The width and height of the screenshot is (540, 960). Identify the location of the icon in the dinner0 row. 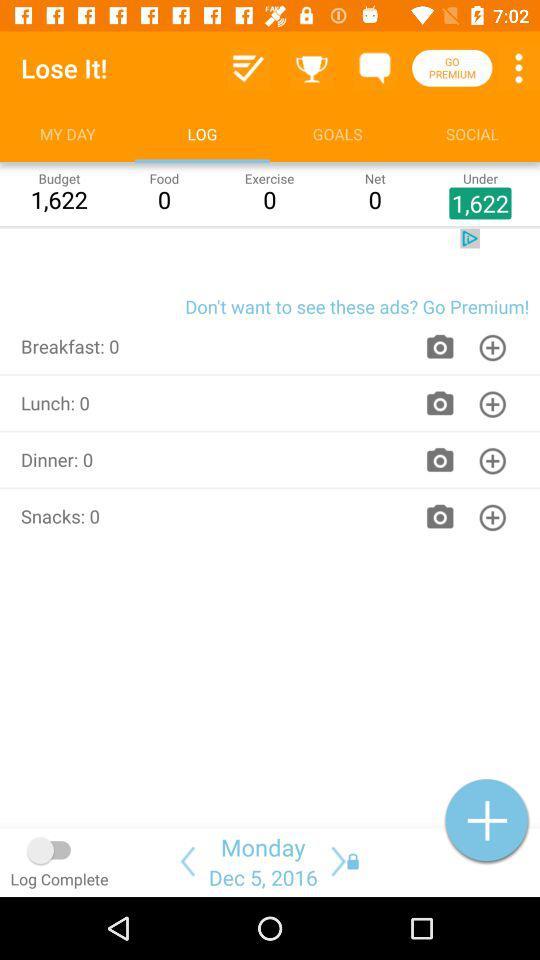
(492, 460).